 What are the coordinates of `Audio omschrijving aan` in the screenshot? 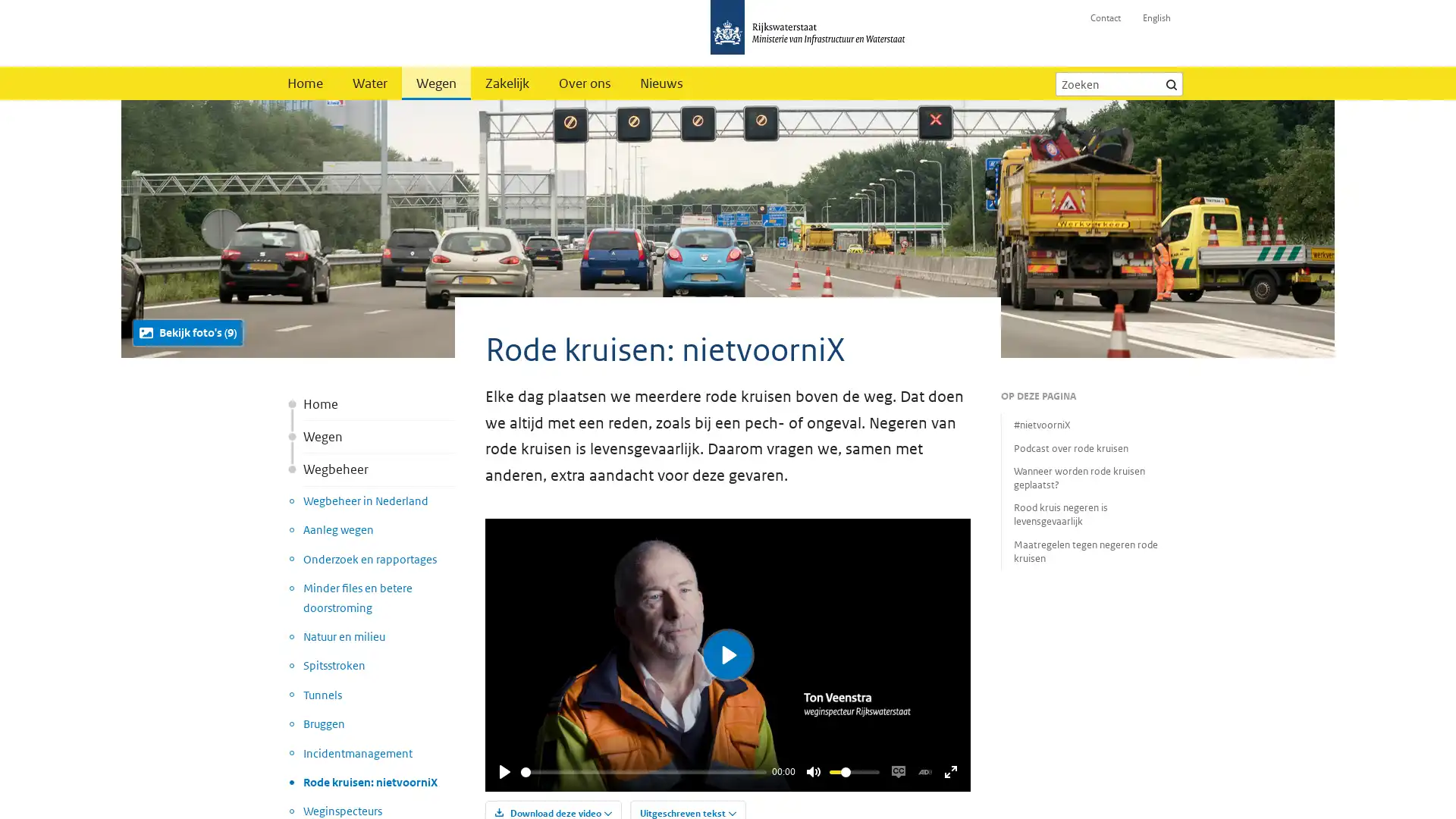 It's located at (924, 772).